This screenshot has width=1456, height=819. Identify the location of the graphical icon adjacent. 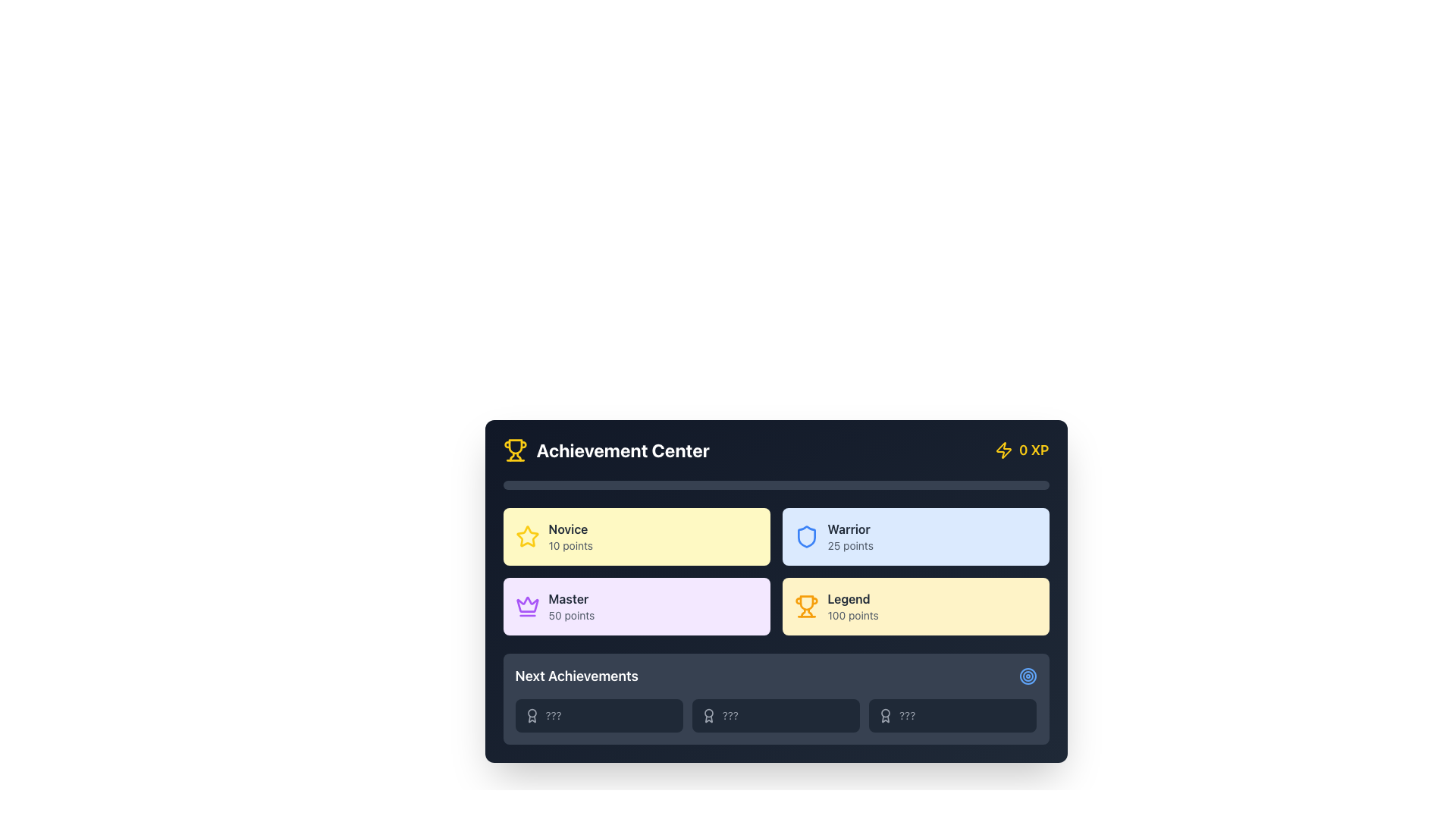
(605, 450).